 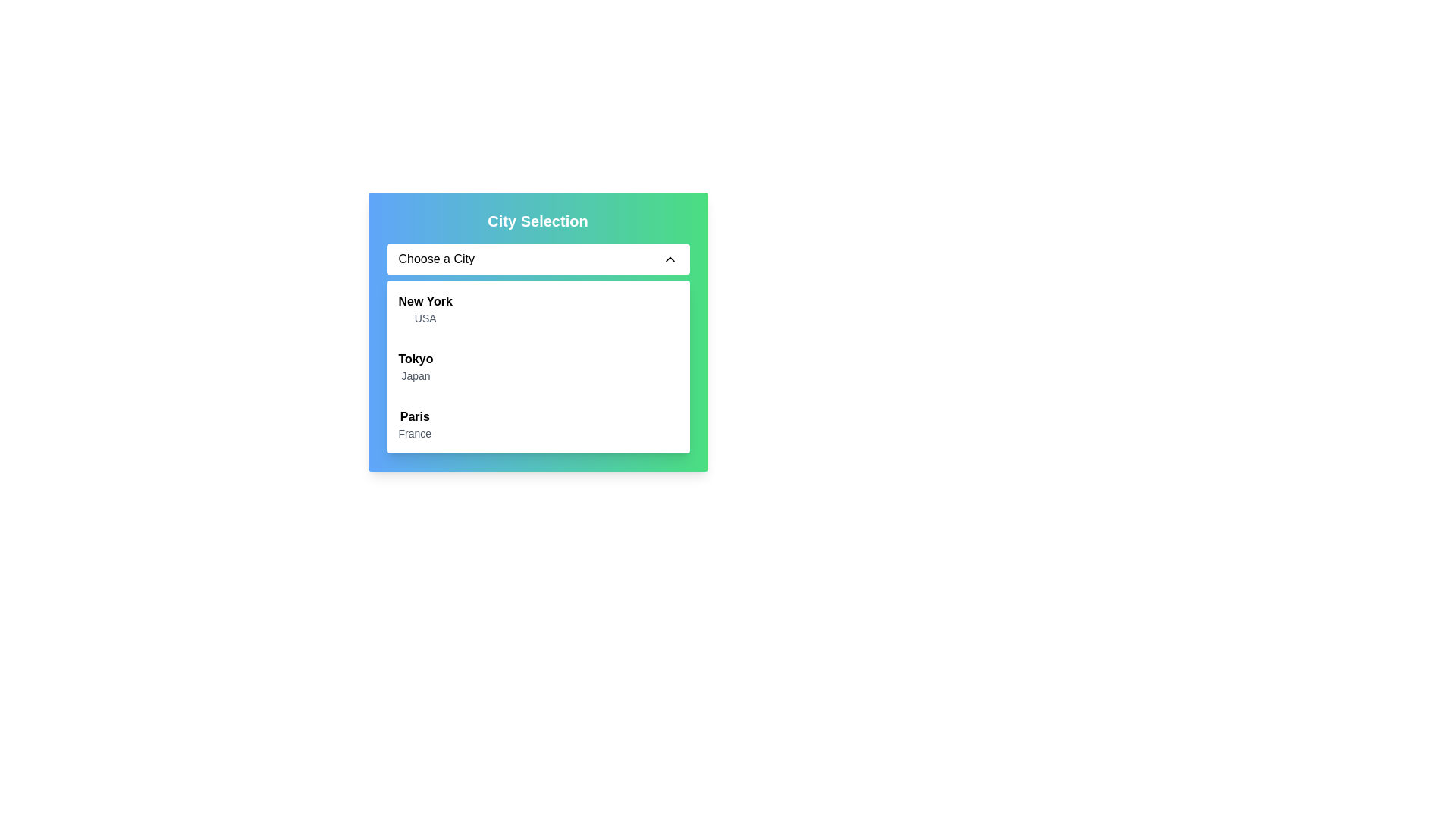 What do you see at coordinates (416, 359) in the screenshot?
I see `text label that displays the name of a city in the dropdown selection menu, positioned above 'Japan' and below 'New York' and 'USA'` at bounding box center [416, 359].